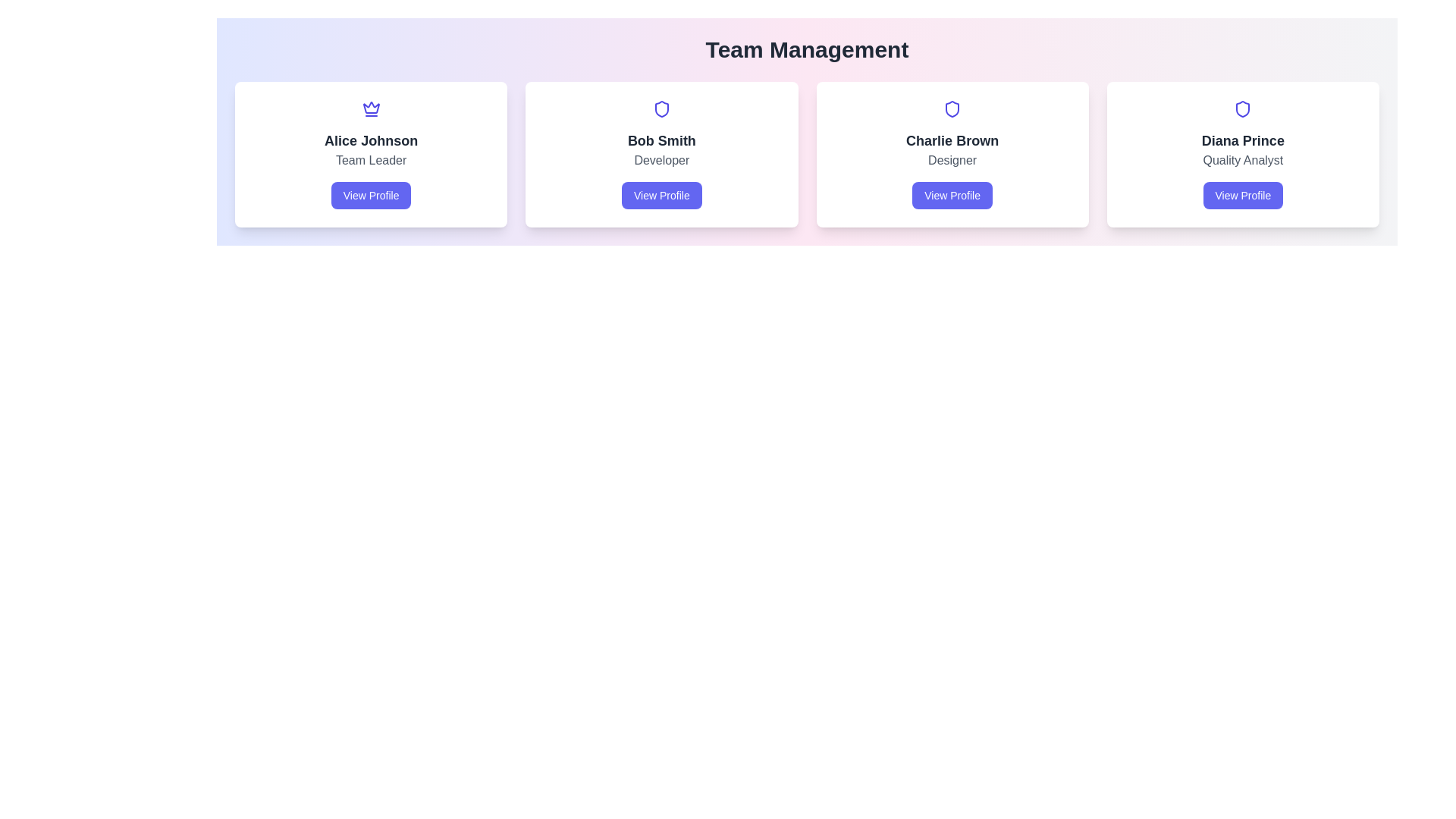 Image resolution: width=1456 pixels, height=819 pixels. What do you see at coordinates (952, 108) in the screenshot?
I see `the shield icon located at the top-center of Charlie Brown's card, which represents the role 'Designer'` at bounding box center [952, 108].